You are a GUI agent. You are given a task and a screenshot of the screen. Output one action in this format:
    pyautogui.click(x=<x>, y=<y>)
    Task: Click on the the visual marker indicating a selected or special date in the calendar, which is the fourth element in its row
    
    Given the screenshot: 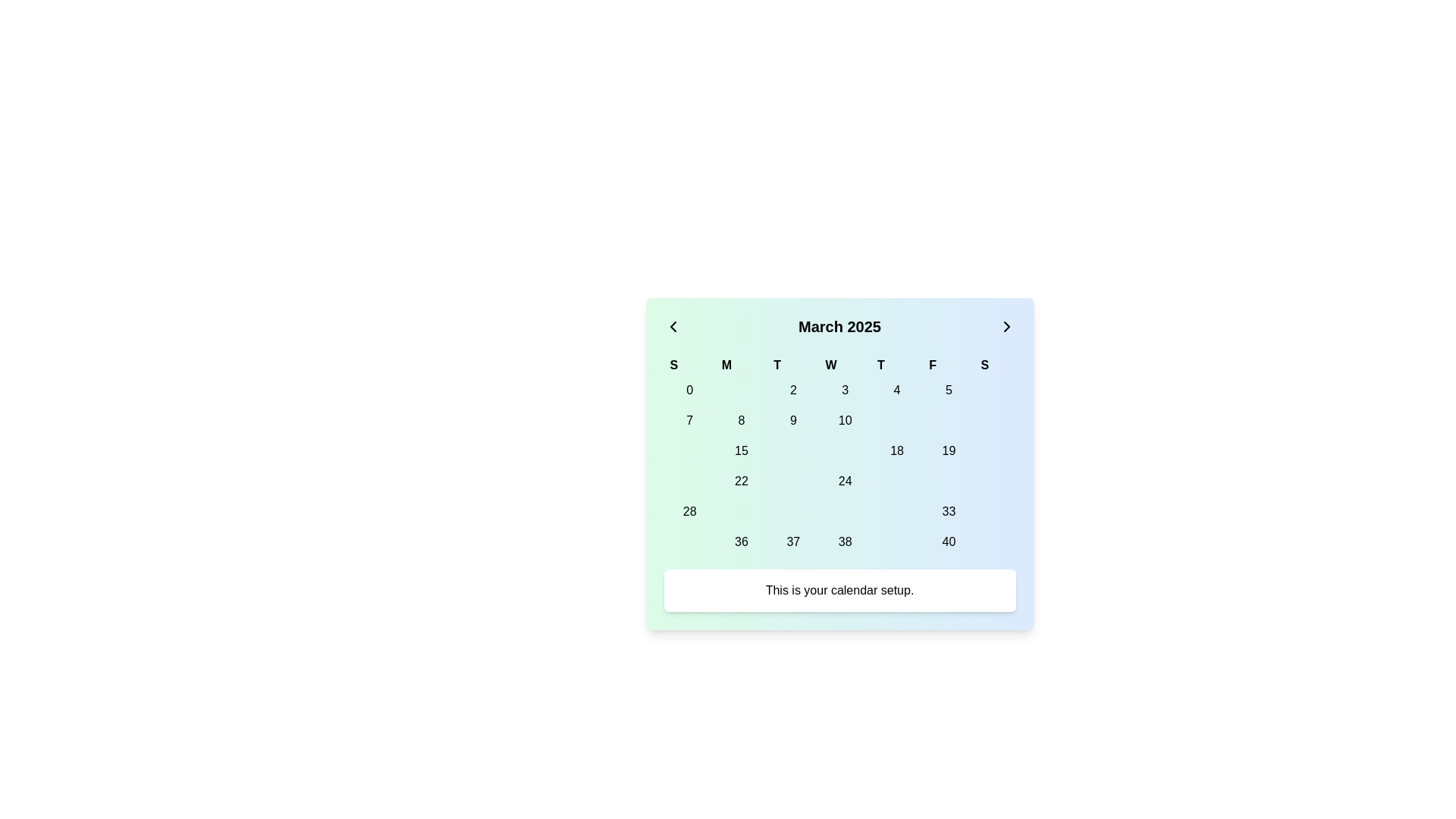 What is the action you would take?
    pyautogui.click(x=844, y=450)
    